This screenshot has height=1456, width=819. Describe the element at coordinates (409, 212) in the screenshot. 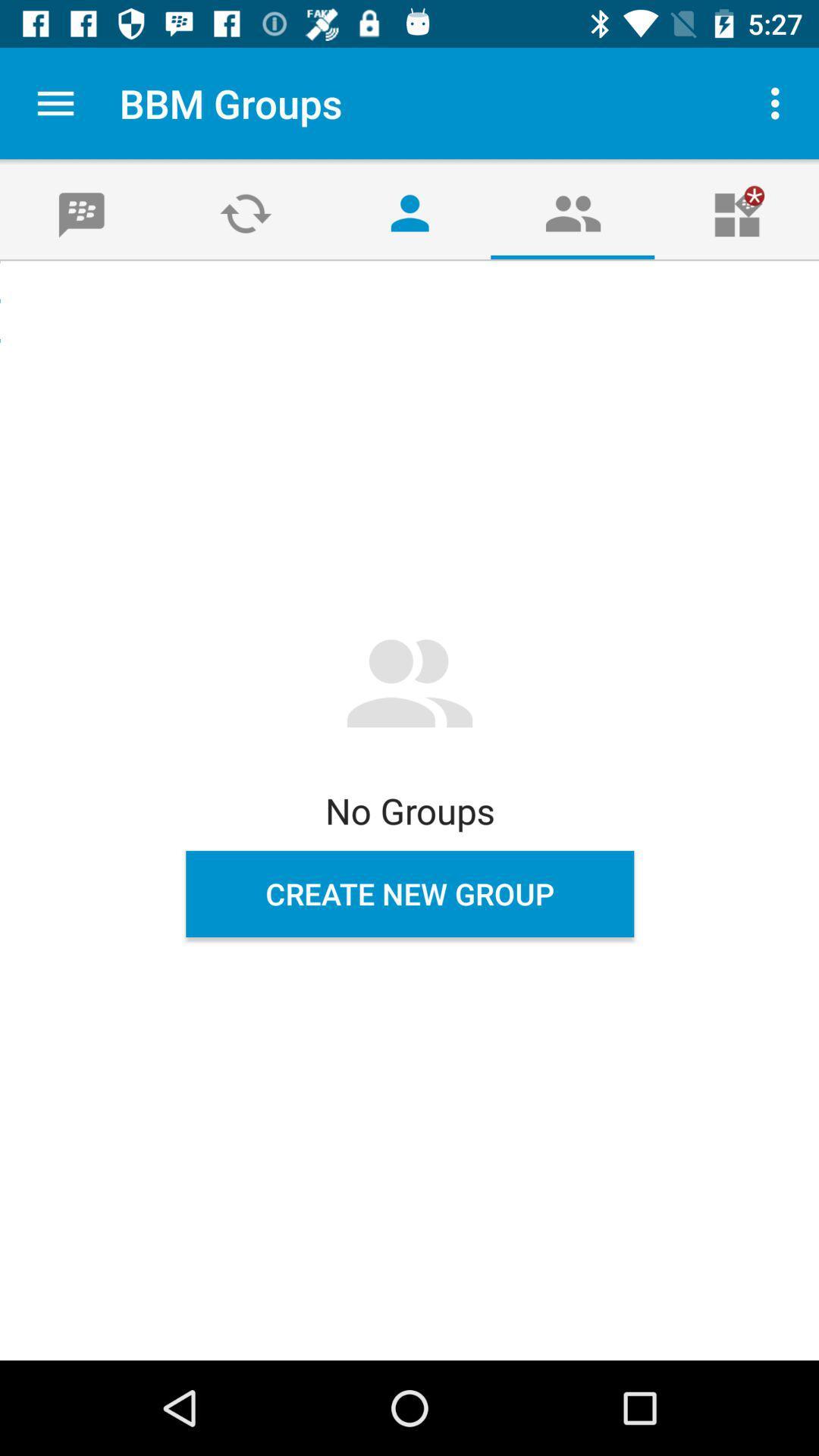

I see `the avatar icon` at that location.